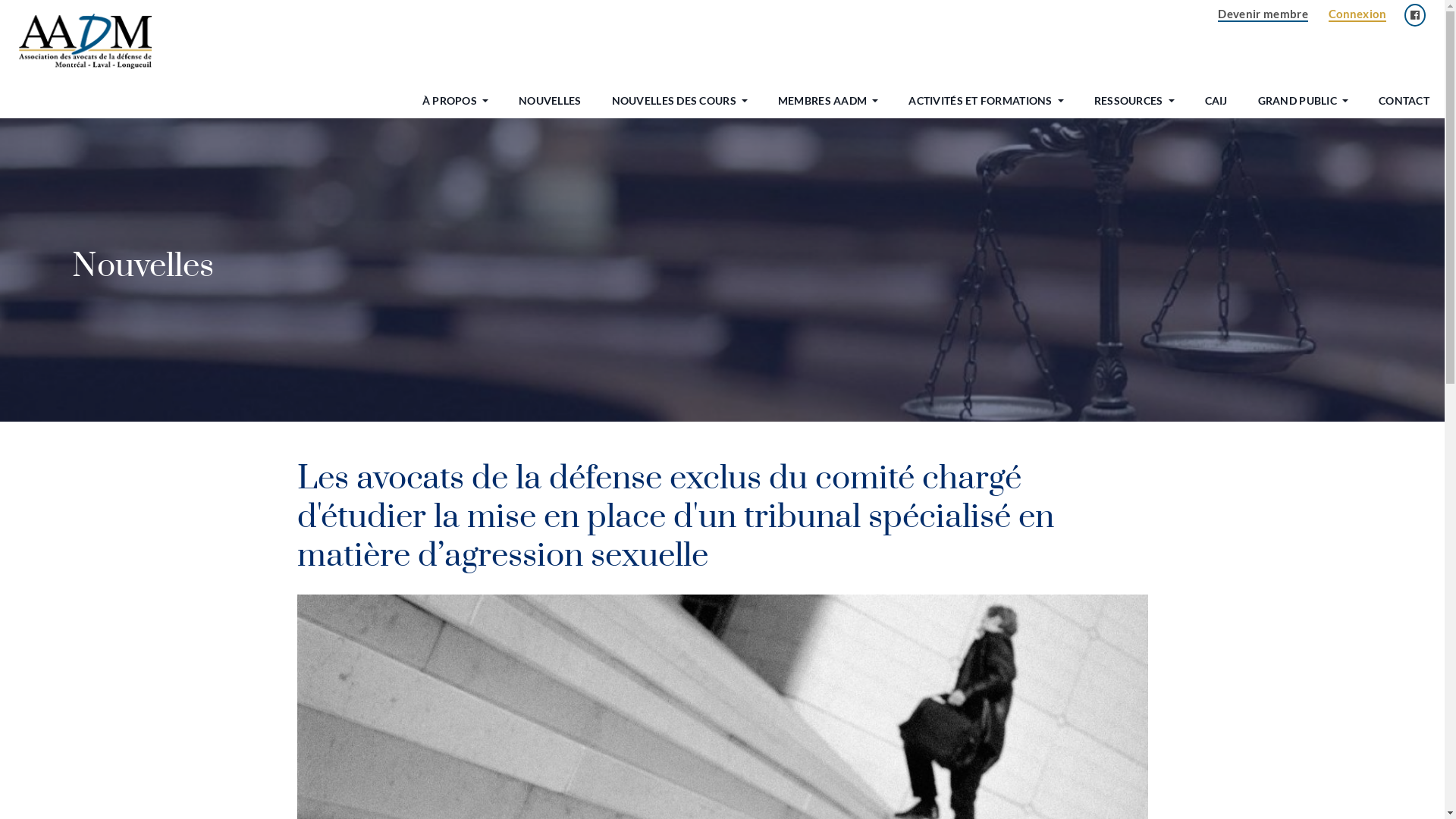 This screenshot has width=1456, height=819. Describe the element at coordinates (503, 100) in the screenshot. I see `'NOUVELLES'` at that location.